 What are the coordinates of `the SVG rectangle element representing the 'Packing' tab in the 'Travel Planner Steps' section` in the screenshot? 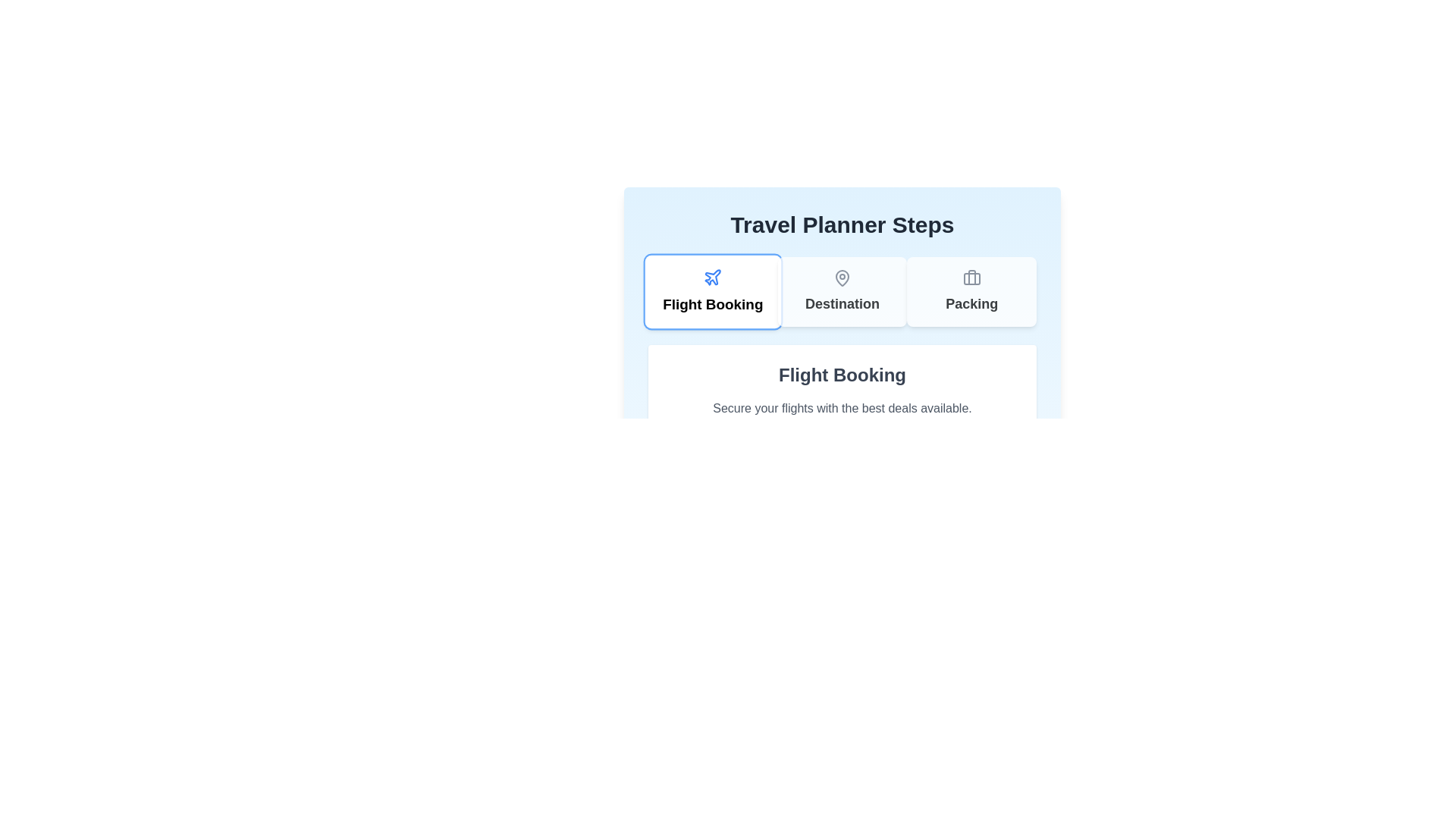 It's located at (971, 278).